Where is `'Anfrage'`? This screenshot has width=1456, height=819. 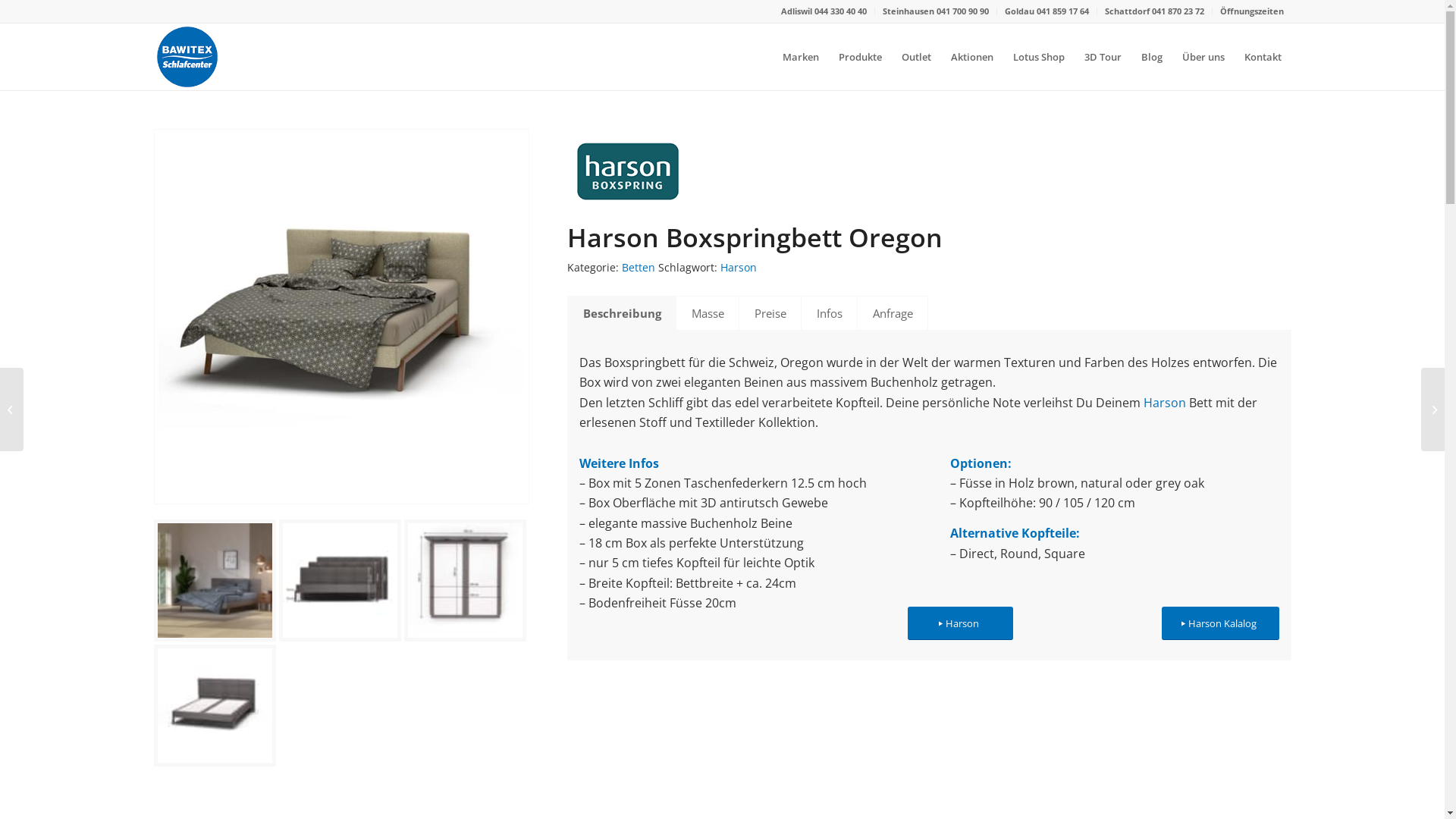 'Anfrage' is located at coordinates (892, 312).